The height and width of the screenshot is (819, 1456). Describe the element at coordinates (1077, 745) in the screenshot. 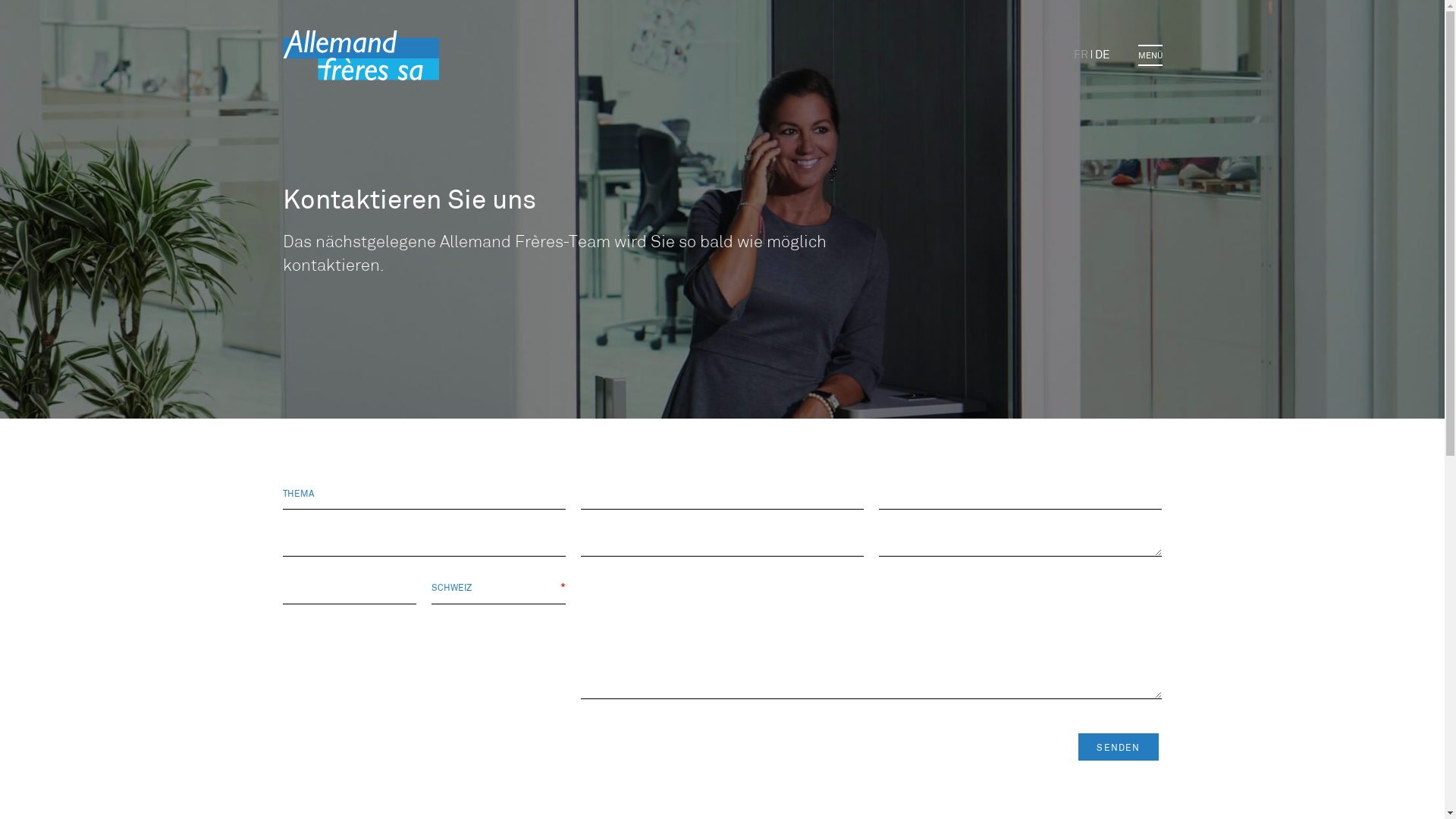

I see `'SENDEN'` at that location.